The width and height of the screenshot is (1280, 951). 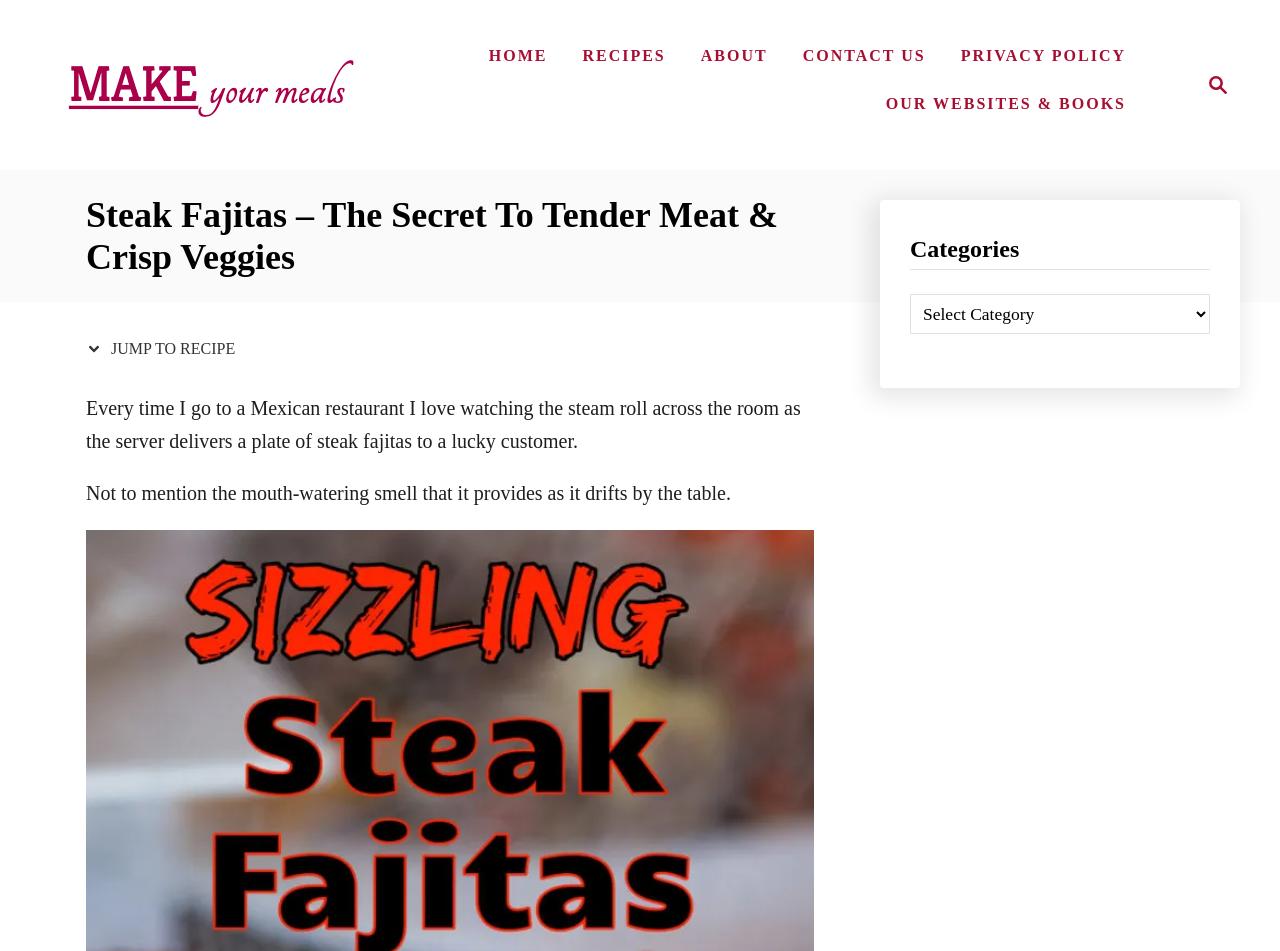 I want to click on 'Privacy Policy', so click(x=1041, y=54).